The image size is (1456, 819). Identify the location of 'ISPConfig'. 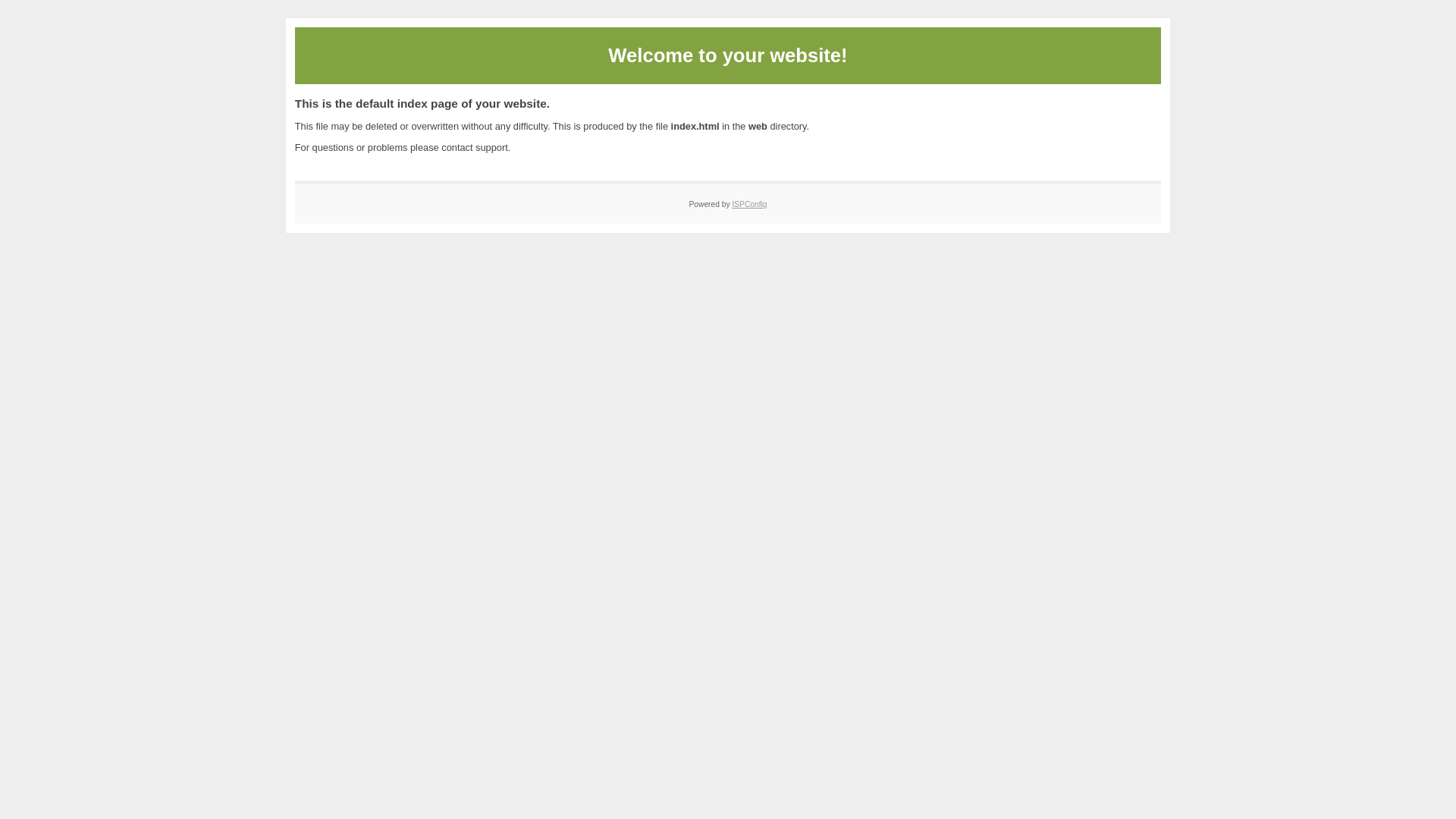
(749, 203).